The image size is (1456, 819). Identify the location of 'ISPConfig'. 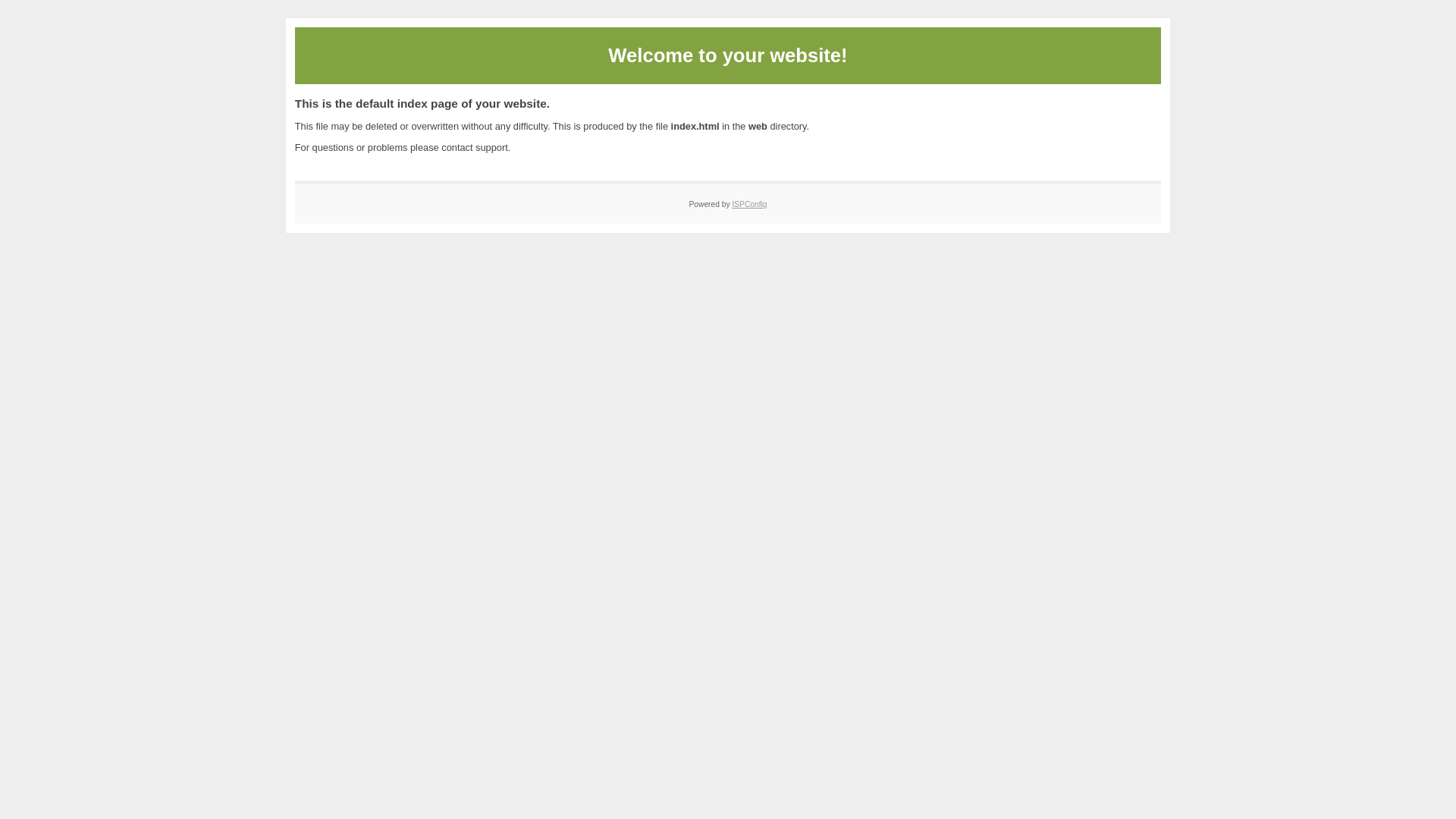
(749, 203).